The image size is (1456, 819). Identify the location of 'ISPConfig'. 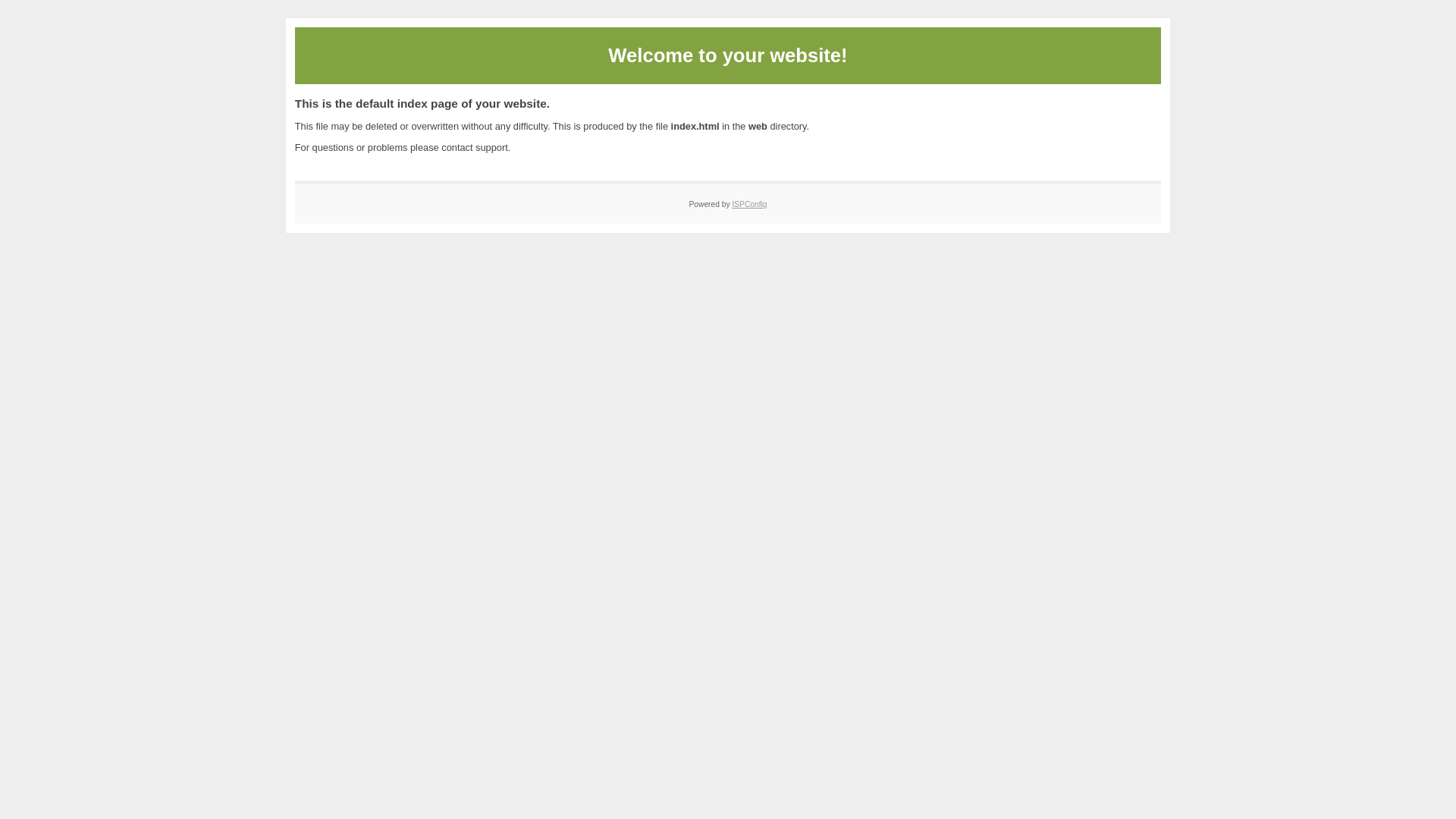
(749, 203).